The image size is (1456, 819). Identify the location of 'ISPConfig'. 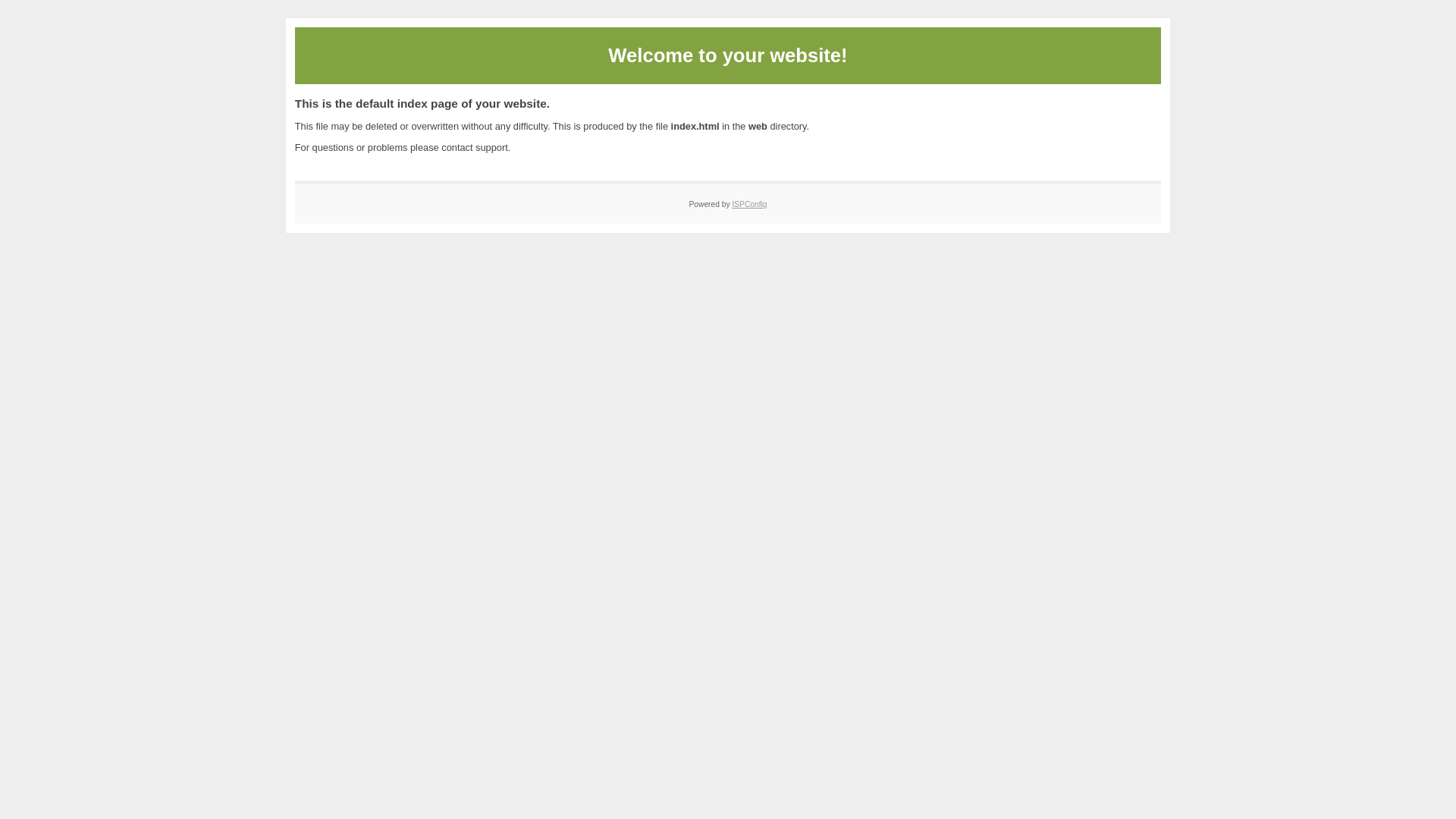
(749, 203).